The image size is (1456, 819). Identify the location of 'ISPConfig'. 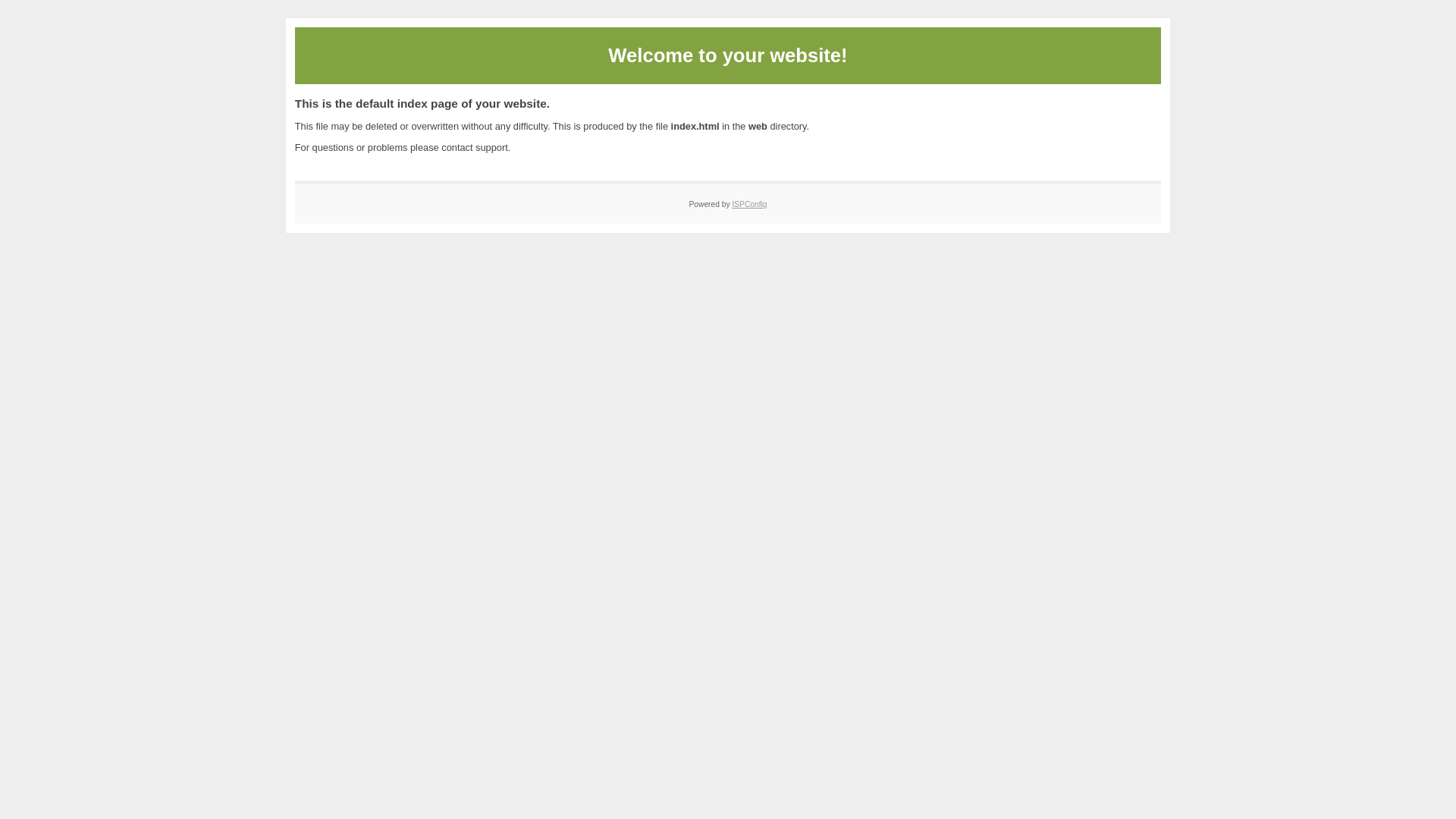
(749, 203).